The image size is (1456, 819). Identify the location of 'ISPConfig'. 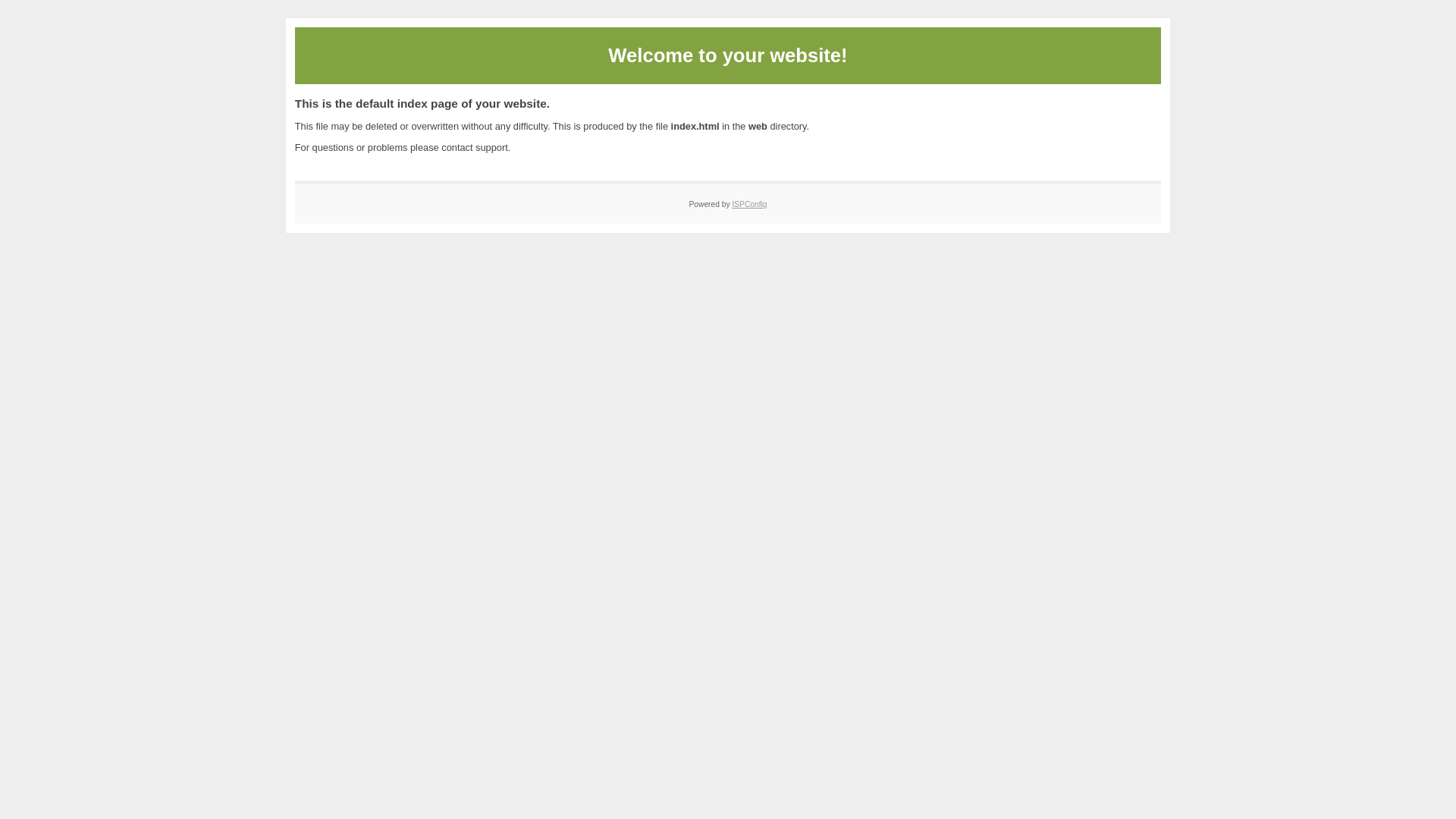
(749, 203).